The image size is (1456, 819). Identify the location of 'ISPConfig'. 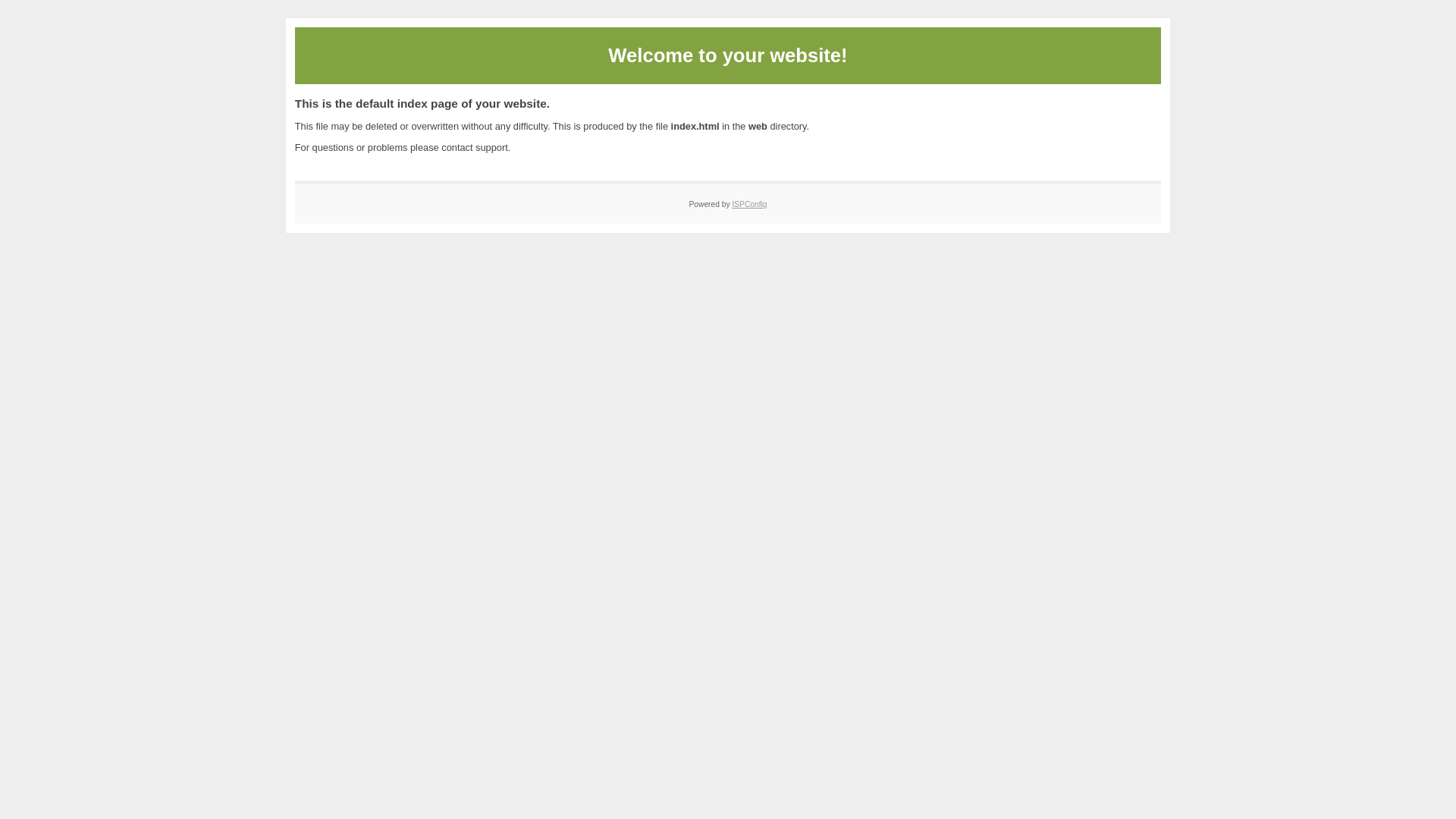
(749, 203).